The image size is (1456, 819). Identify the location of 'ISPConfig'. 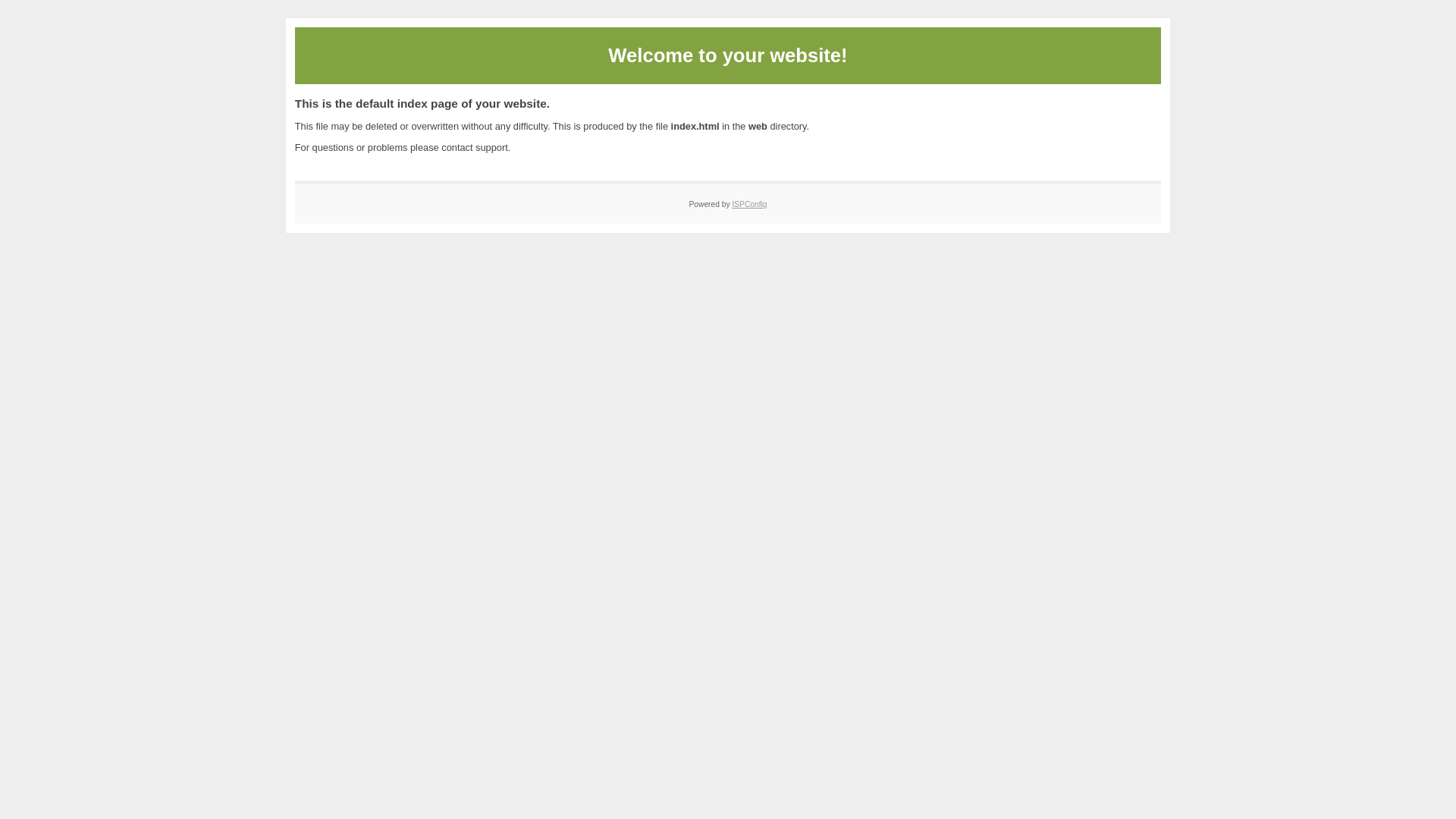
(749, 203).